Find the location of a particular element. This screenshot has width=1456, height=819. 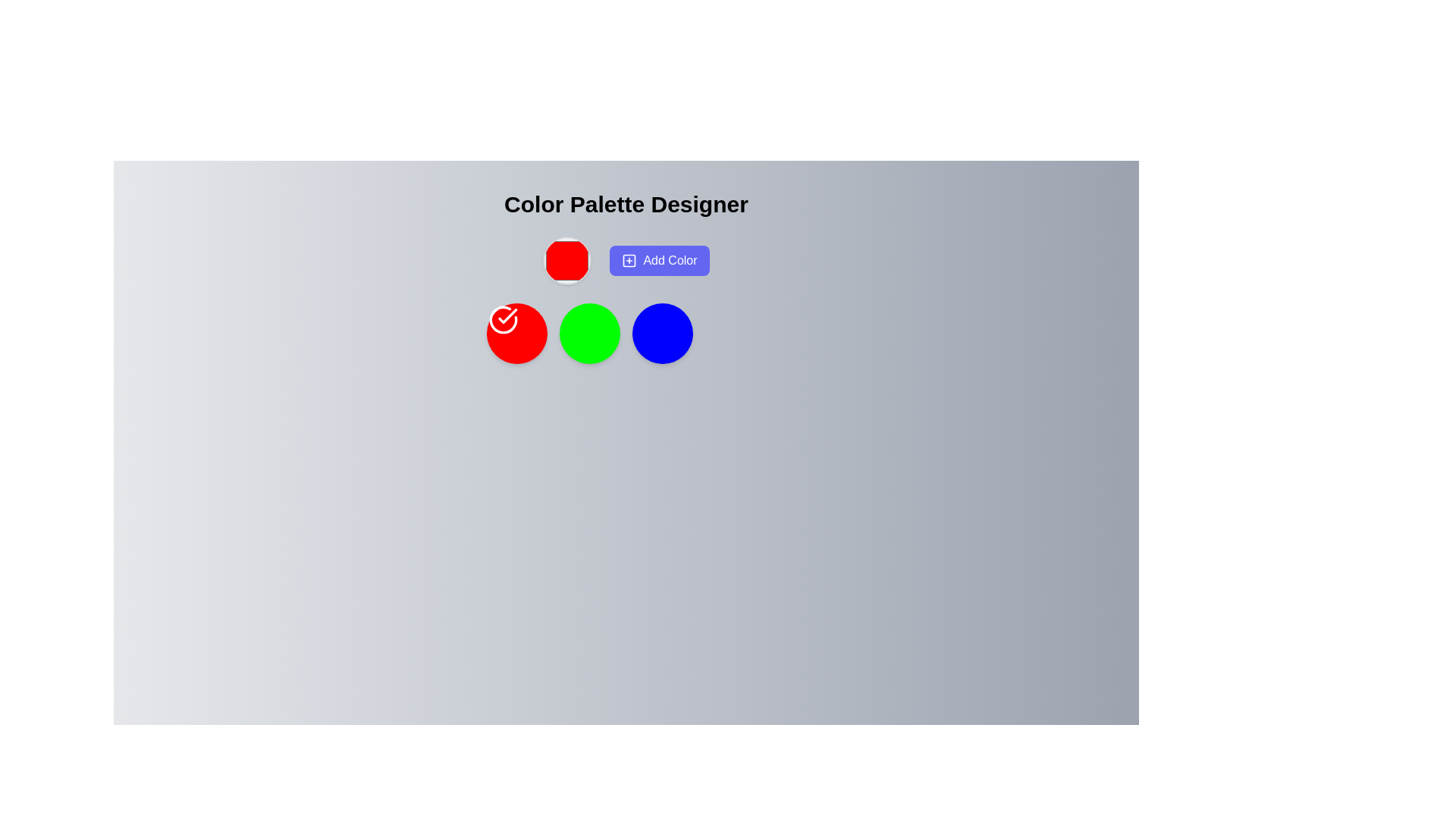

the curved arc segment of the checkmark icon, which is located inside the circular area at the bottom left among three color circles is located at coordinates (503, 318).